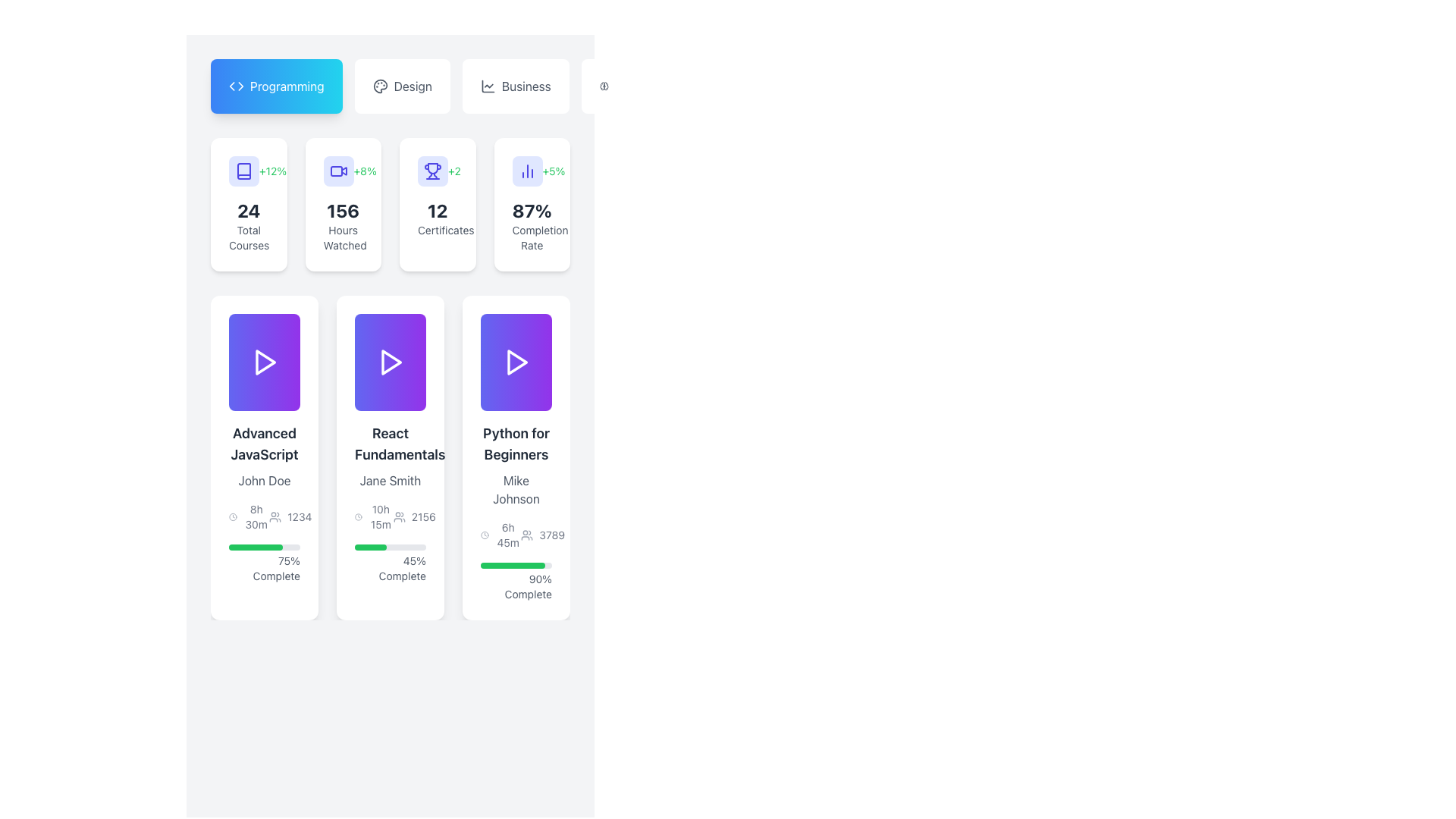 This screenshot has height=819, width=1456. Describe the element at coordinates (516, 86) in the screenshot. I see `the 'Business' button, which is a rectangular button with rounded corners, featuring a white background and dark gray text, positioned in the navigation group as the third option from the left` at that location.